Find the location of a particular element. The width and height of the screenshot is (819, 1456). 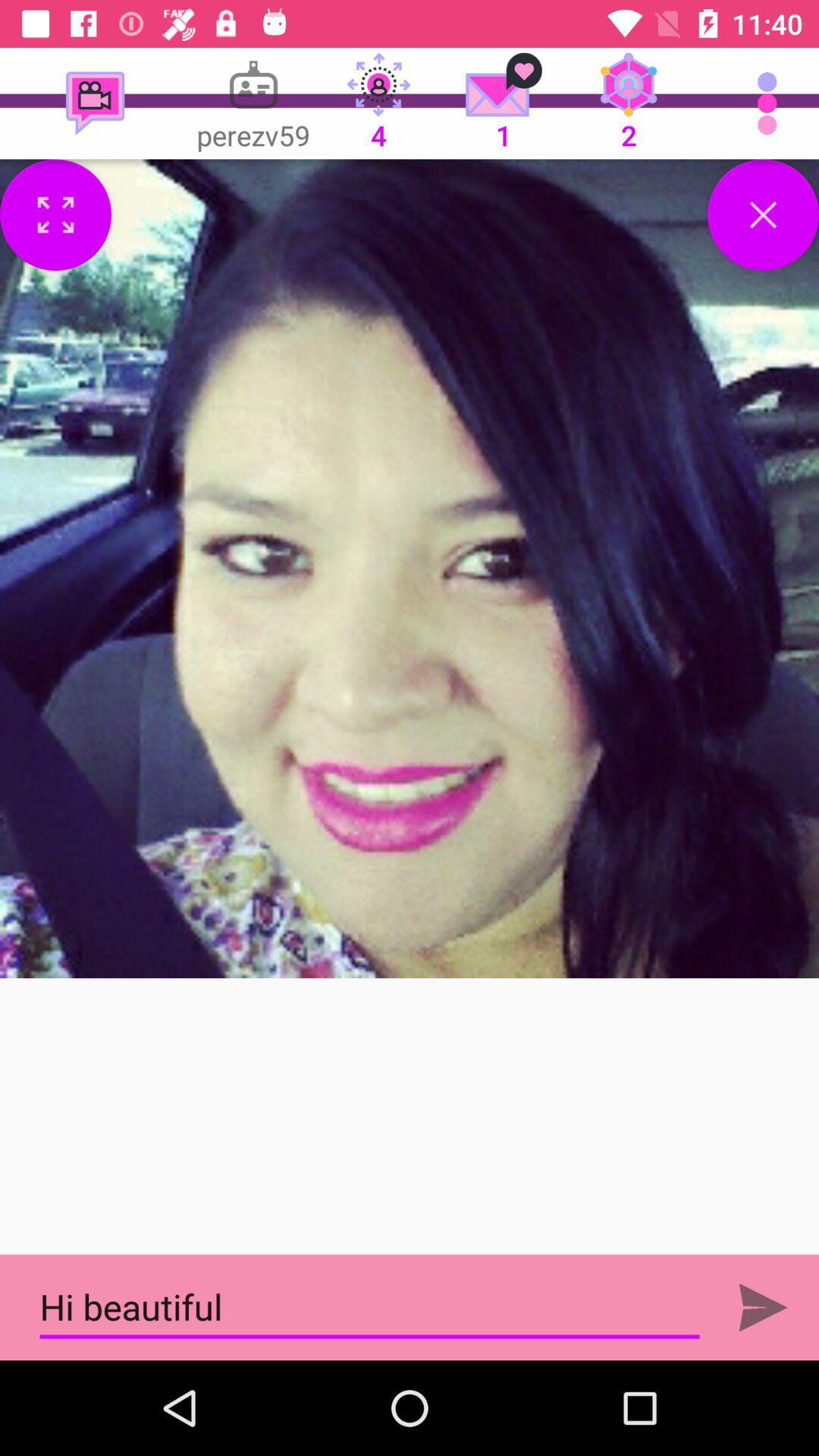

the fullscreen icon is located at coordinates (55, 214).